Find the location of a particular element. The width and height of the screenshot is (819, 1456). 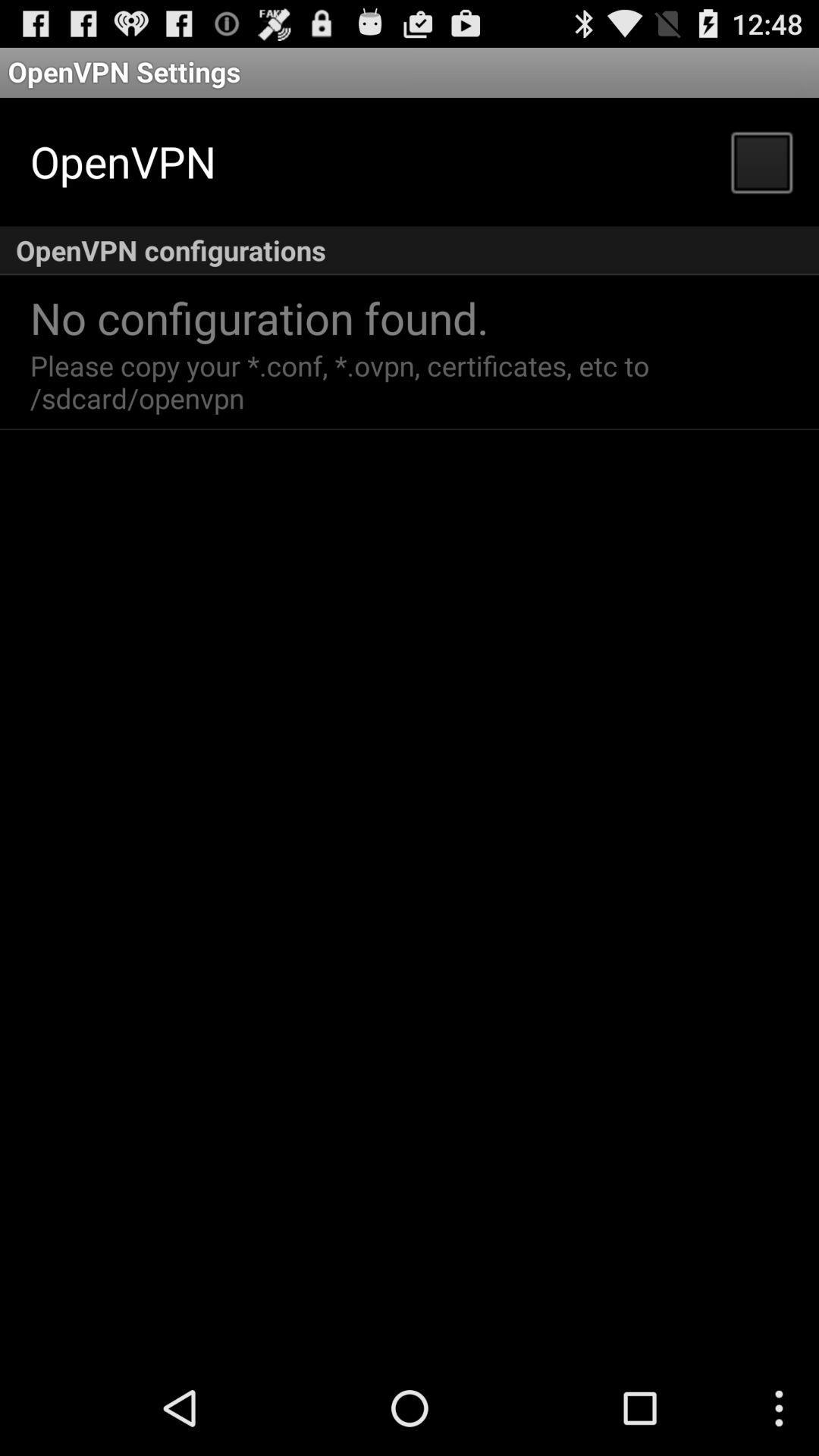

no configuration found. app is located at coordinates (259, 316).